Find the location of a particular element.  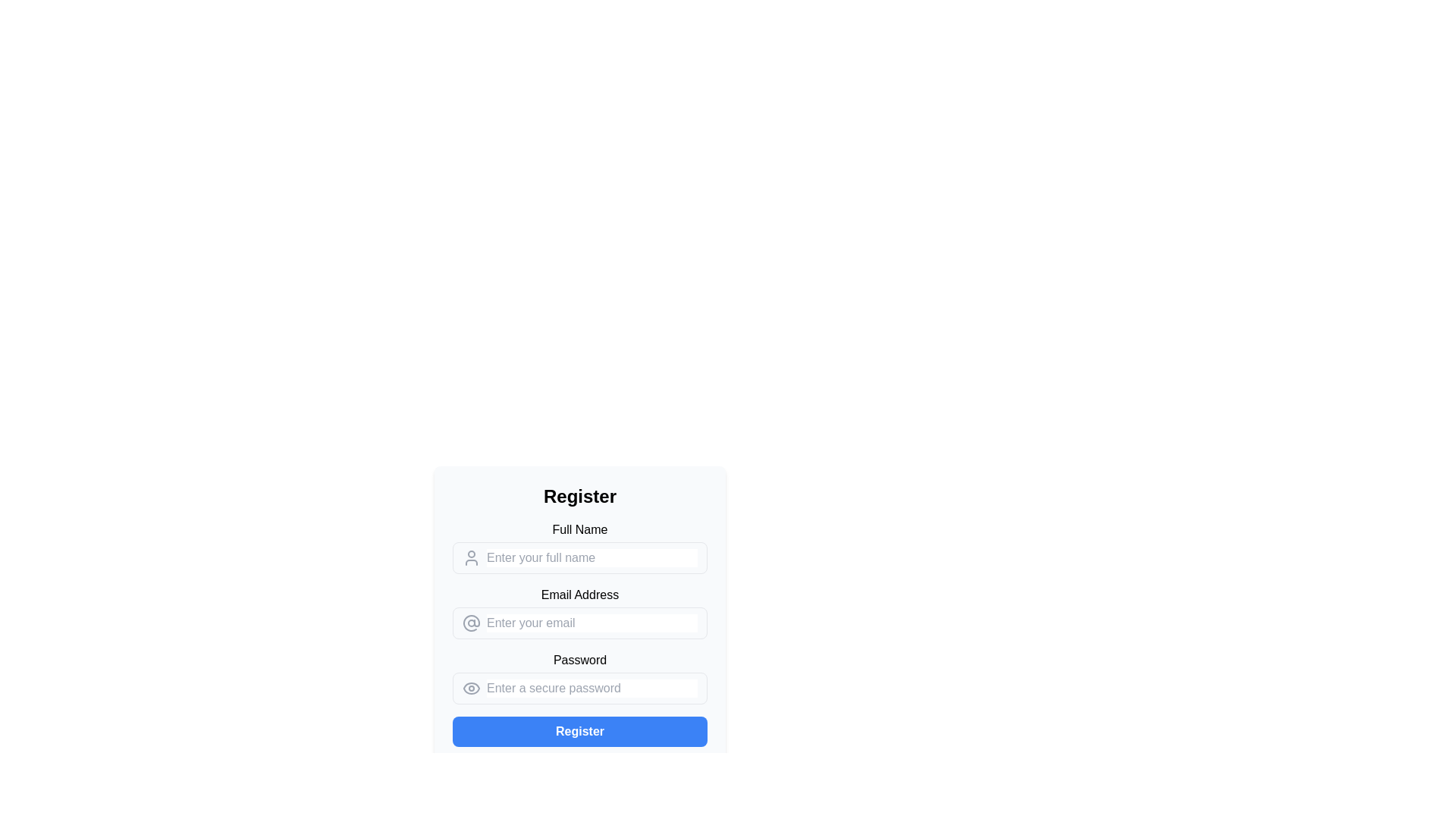

the Text Label that displays 'Email Address', which is positioned directly above the email input field is located at coordinates (579, 595).